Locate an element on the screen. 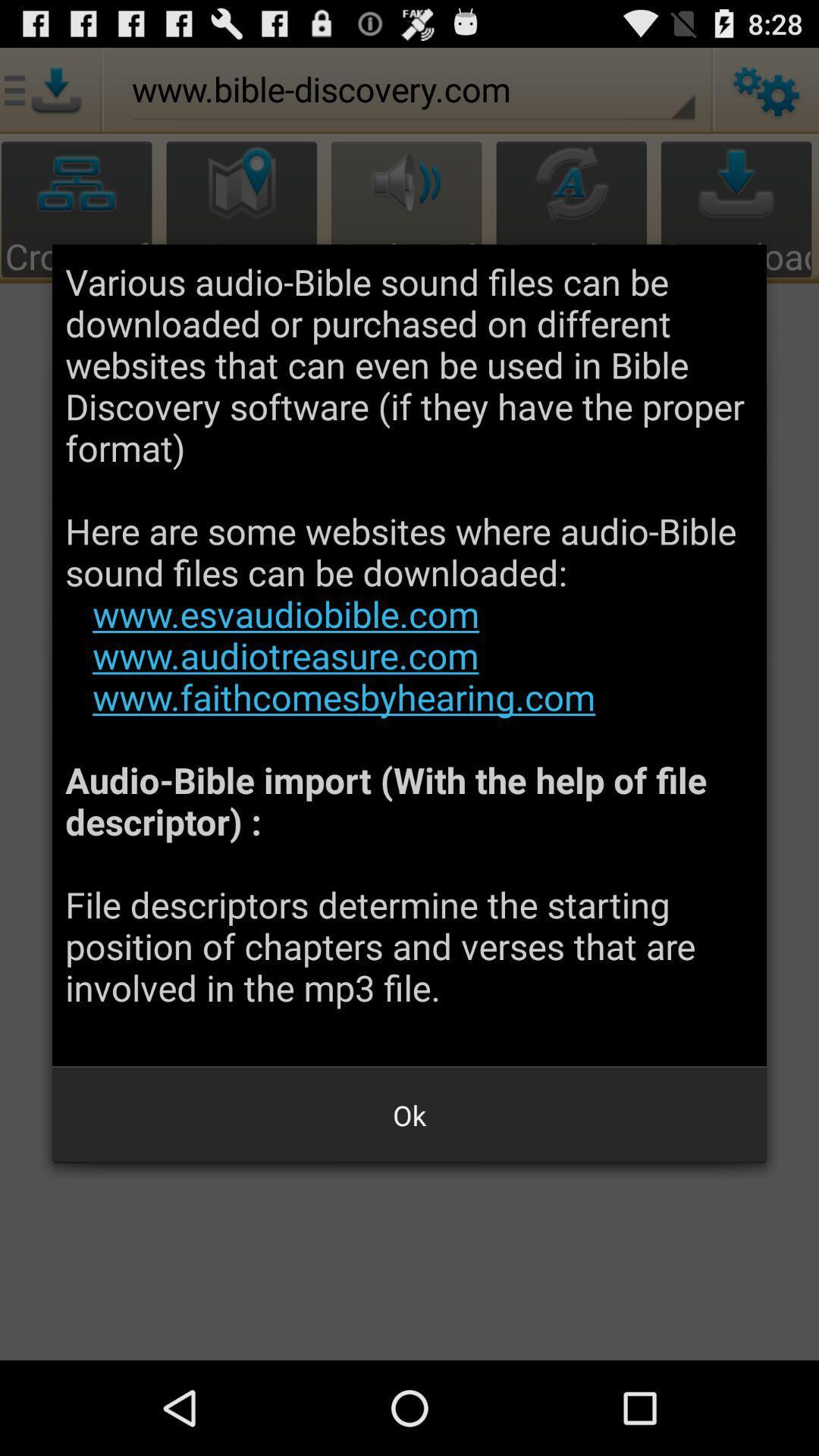 This screenshot has width=819, height=1456. button above the ok button is located at coordinates (409, 655).